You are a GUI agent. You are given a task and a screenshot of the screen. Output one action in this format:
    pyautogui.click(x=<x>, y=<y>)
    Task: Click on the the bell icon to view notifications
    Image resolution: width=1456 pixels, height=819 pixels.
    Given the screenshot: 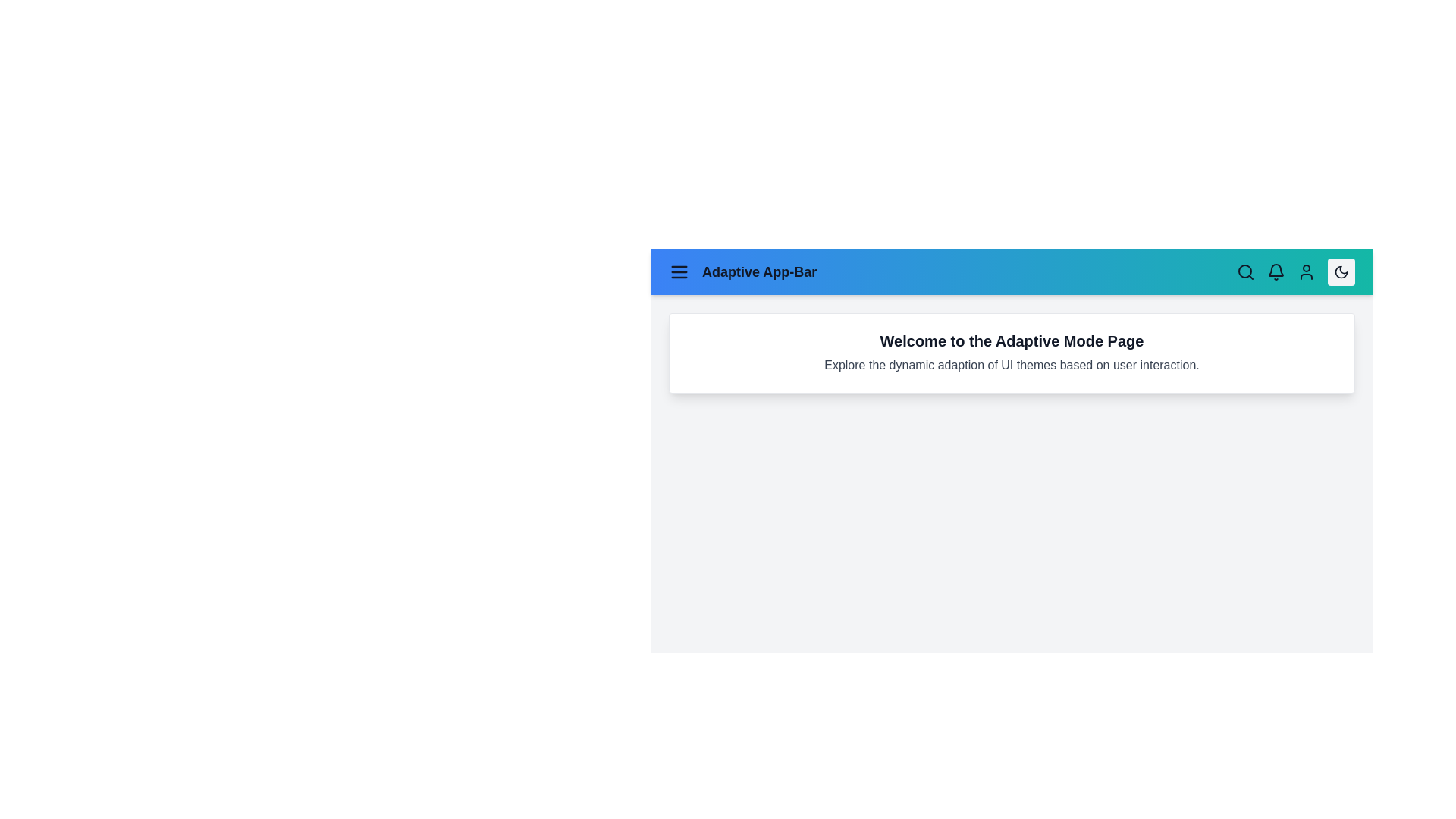 What is the action you would take?
    pyautogui.click(x=1276, y=271)
    